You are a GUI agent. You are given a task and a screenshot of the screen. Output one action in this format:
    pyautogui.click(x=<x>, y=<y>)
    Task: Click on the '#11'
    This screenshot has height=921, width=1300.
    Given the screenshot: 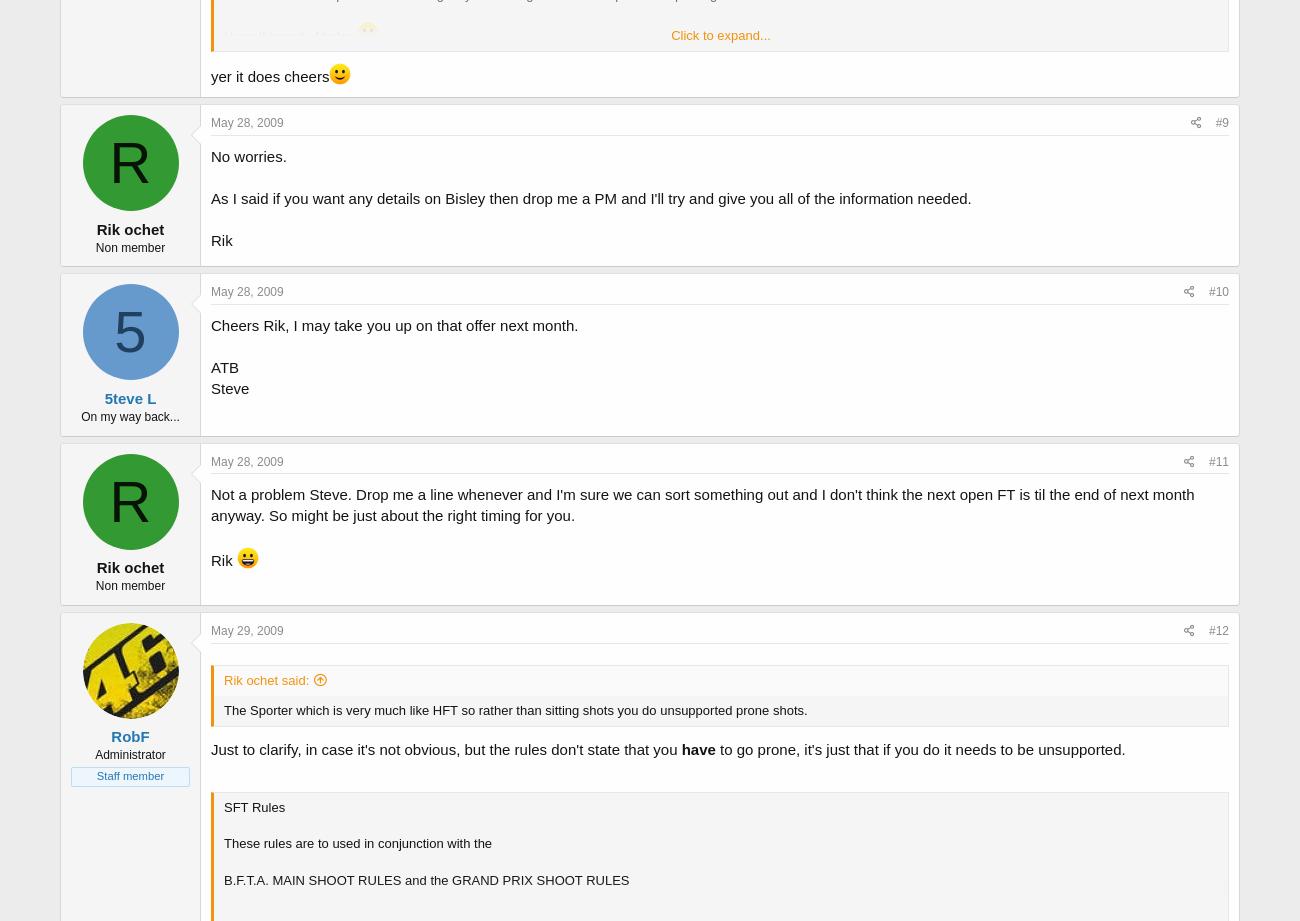 What is the action you would take?
    pyautogui.click(x=1217, y=460)
    